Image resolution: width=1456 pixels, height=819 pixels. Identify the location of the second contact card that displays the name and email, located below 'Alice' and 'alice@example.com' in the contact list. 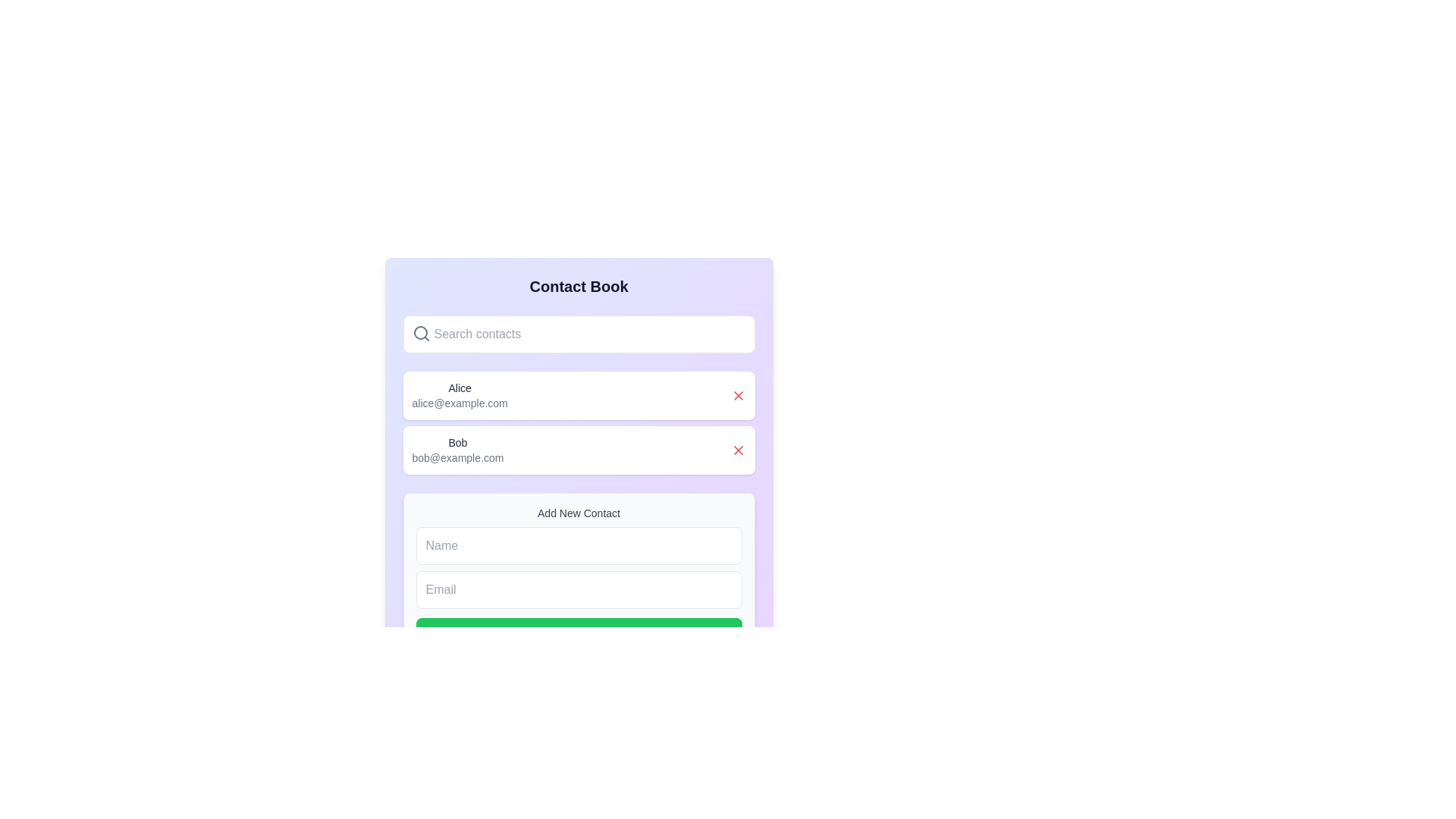
(578, 450).